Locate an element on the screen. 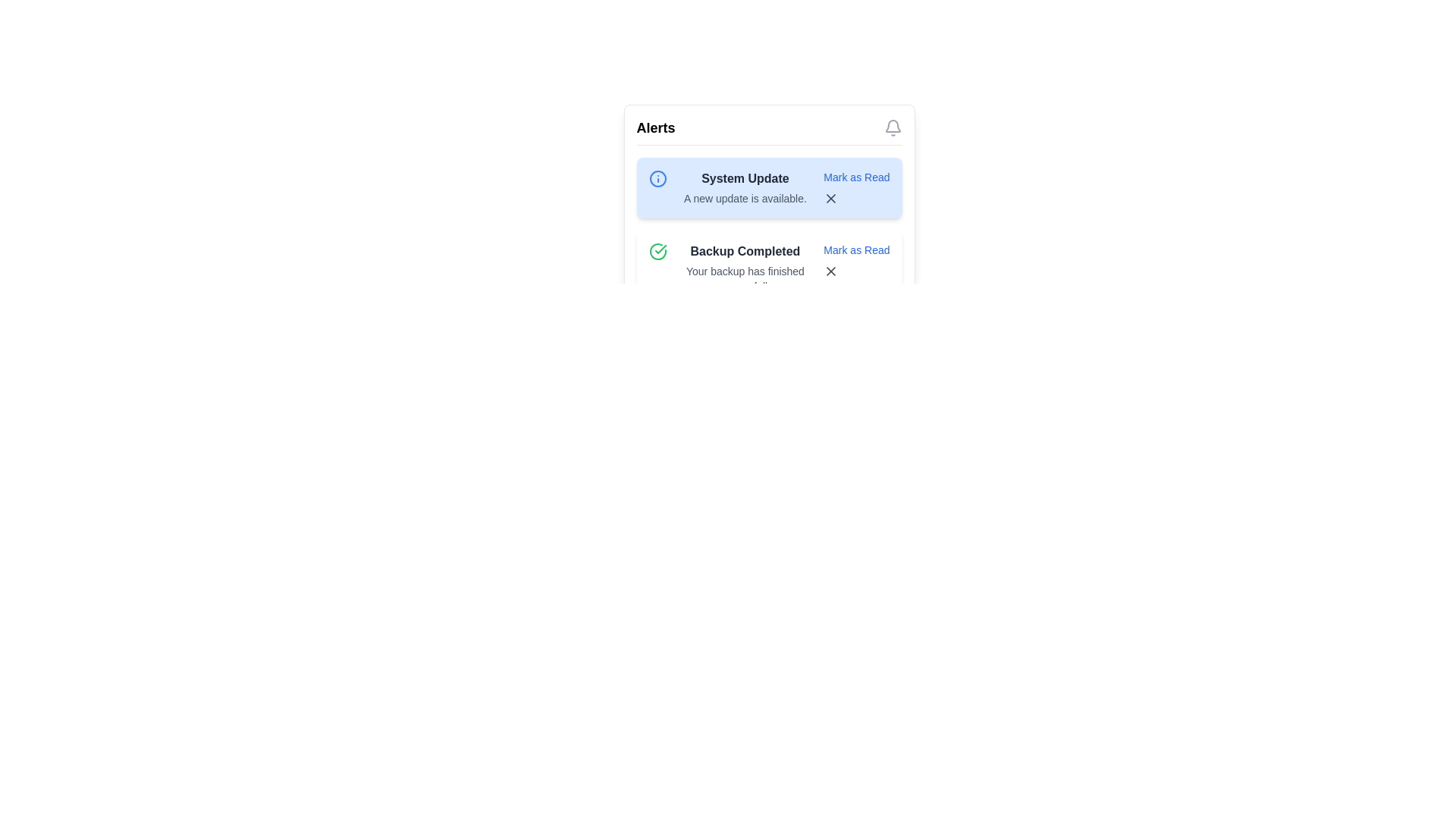 This screenshot has height=819, width=1456. the text label indicating the status of the backup operation as completed, which is located in the center of the second notification card in the Alerts panel is located at coordinates (745, 250).